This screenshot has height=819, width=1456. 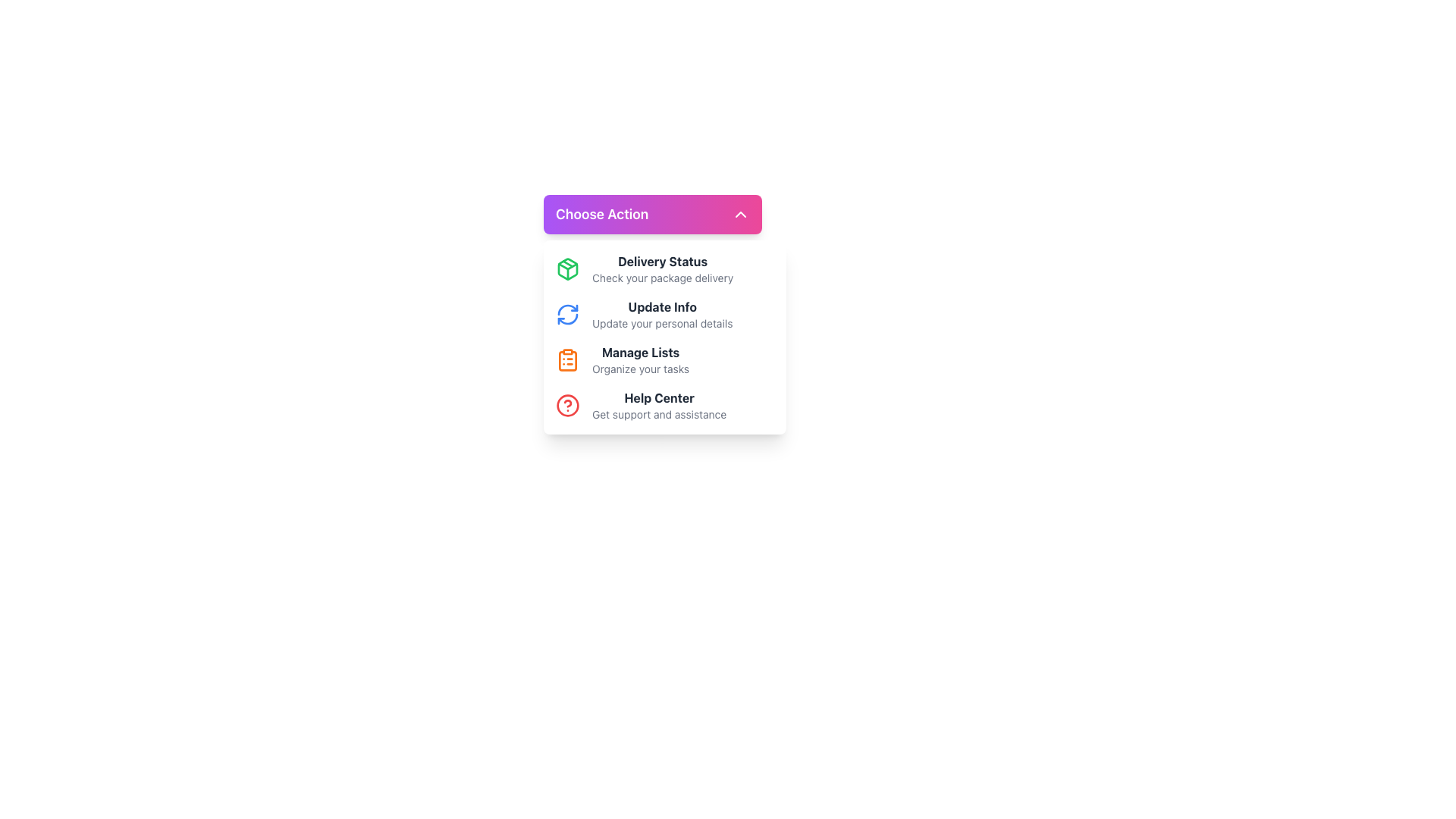 I want to click on the bold text label that reads 'Update Info.' which is prominently displayed in dark gray color within the menu interface, so click(x=662, y=307).